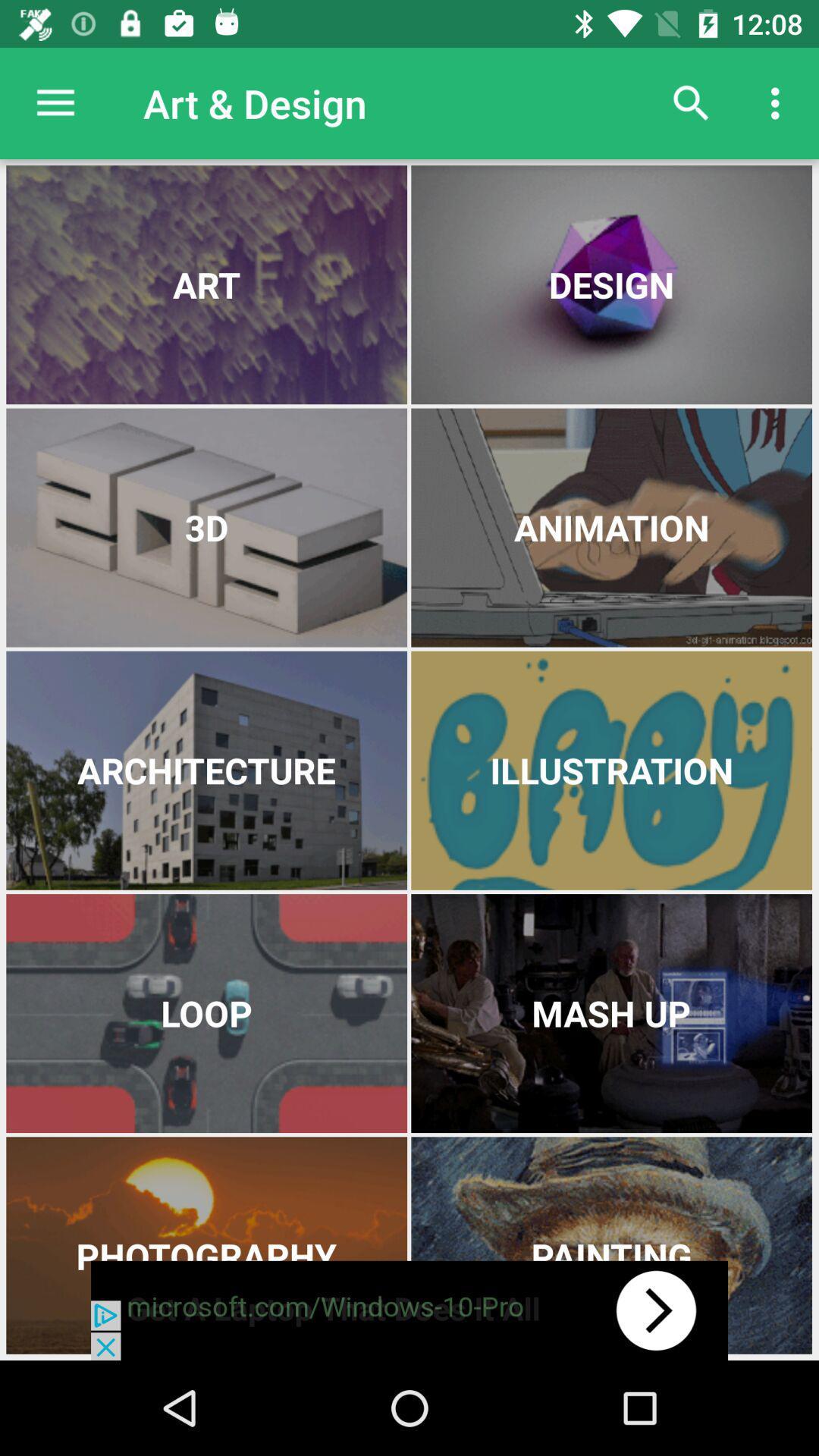 The width and height of the screenshot is (819, 1456). Describe the element at coordinates (206, 284) in the screenshot. I see `the first image which is below the menu icon` at that location.